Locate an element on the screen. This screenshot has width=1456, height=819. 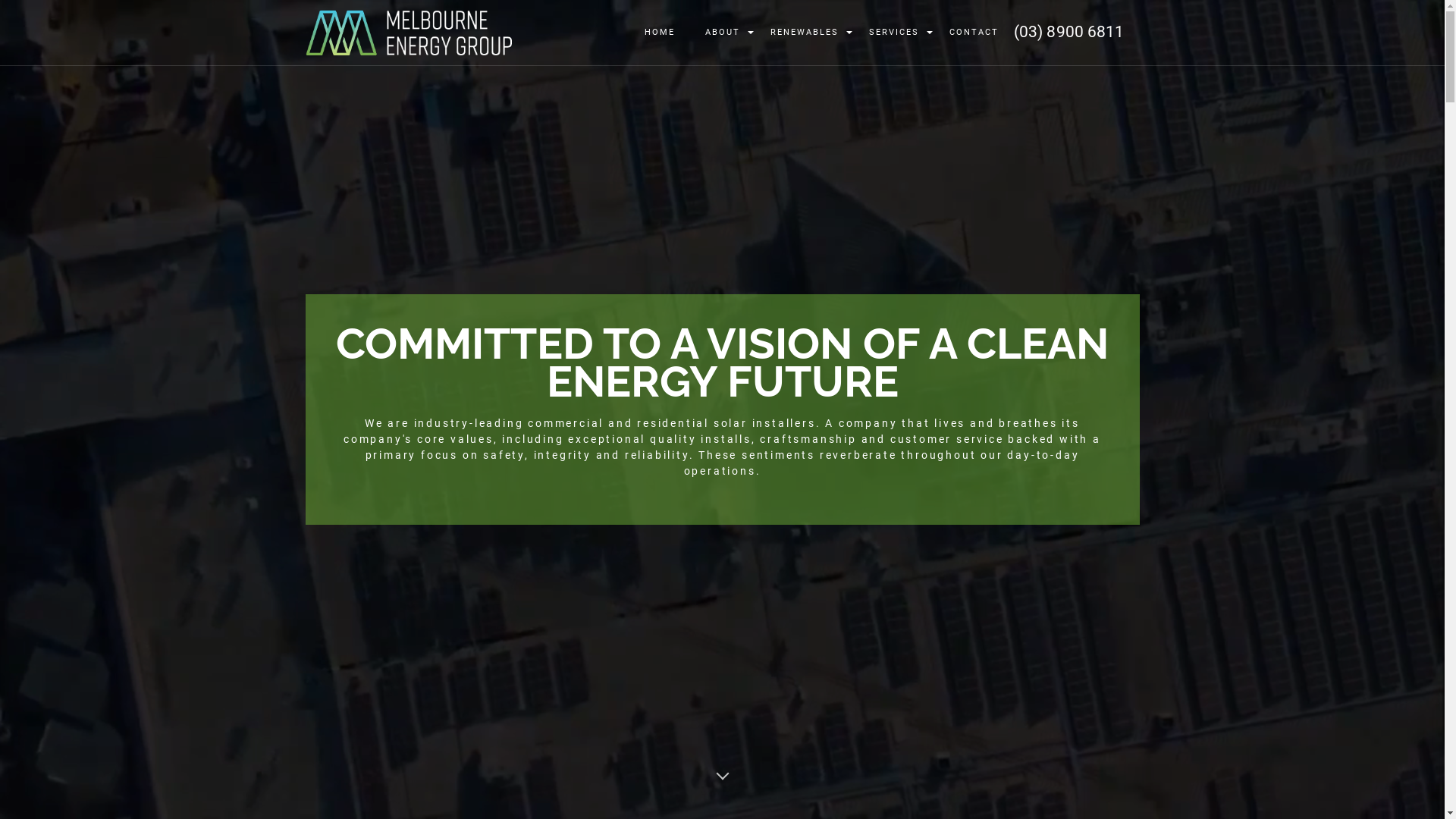
'HOME' is located at coordinates (659, 33).